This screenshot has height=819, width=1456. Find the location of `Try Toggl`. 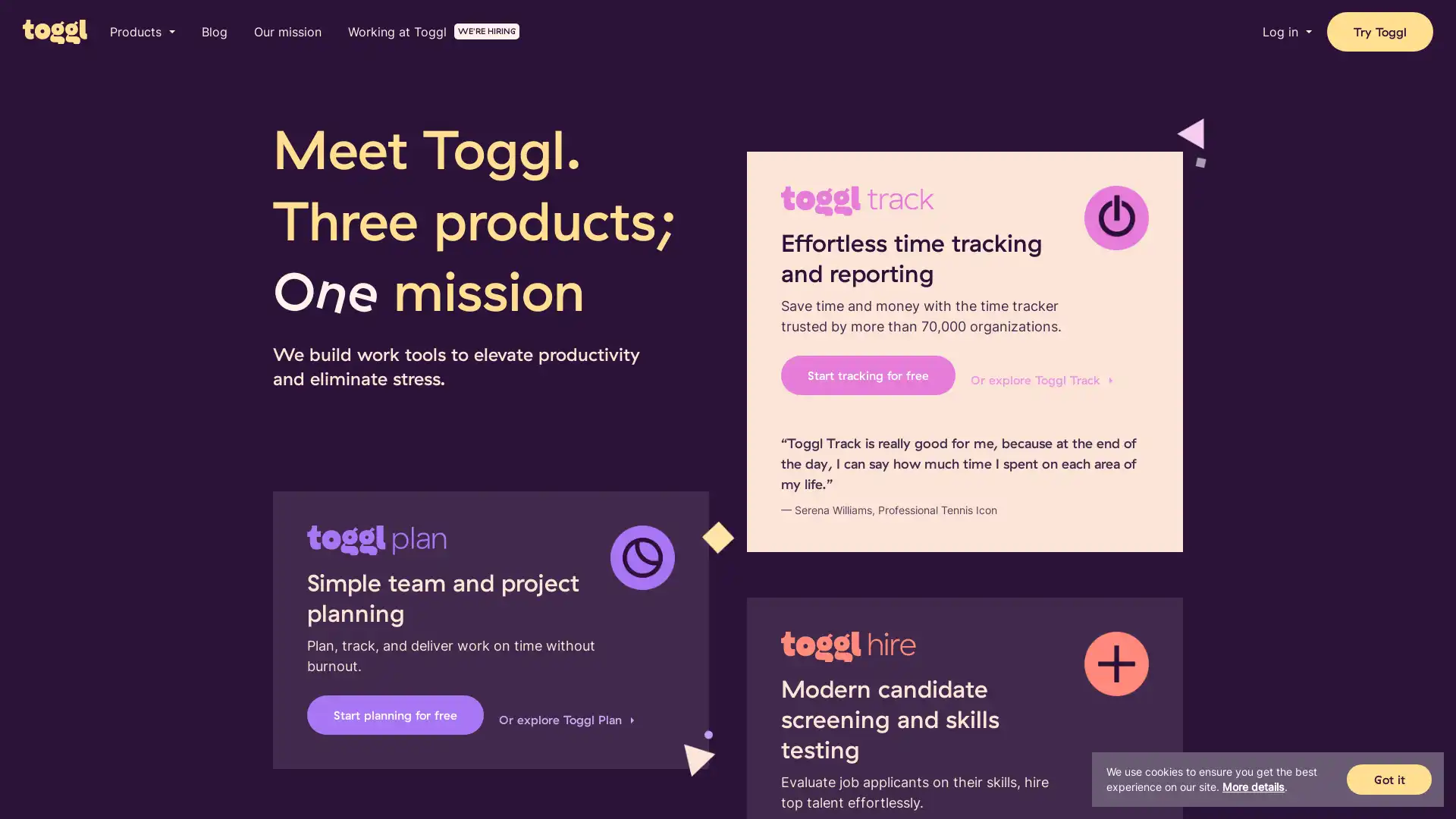

Try Toggl is located at coordinates (1379, 32).